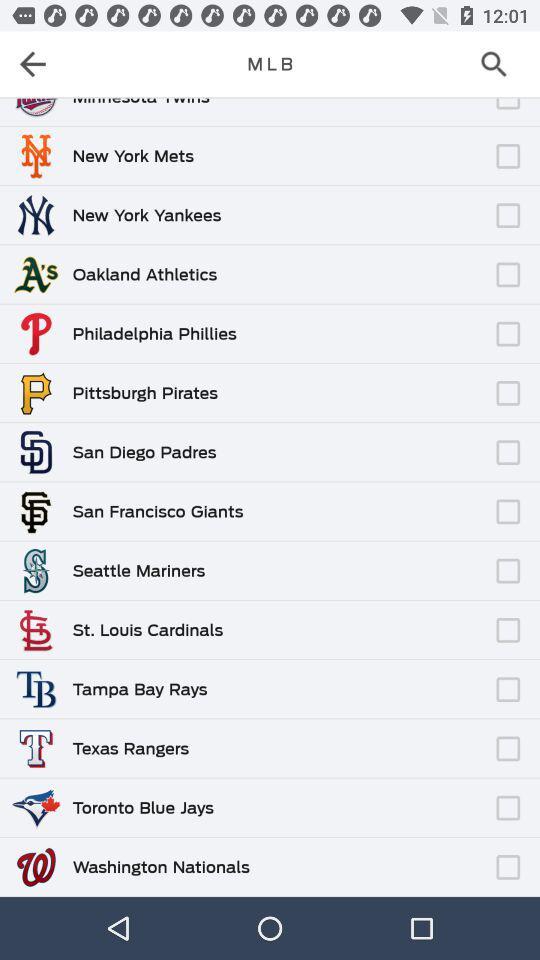 The width and height of the screenshot is (540, 960). What do you see at coordinates (130, 747) in the screenshot?
I see `texas rangers item` at bounding box center [130, 747].